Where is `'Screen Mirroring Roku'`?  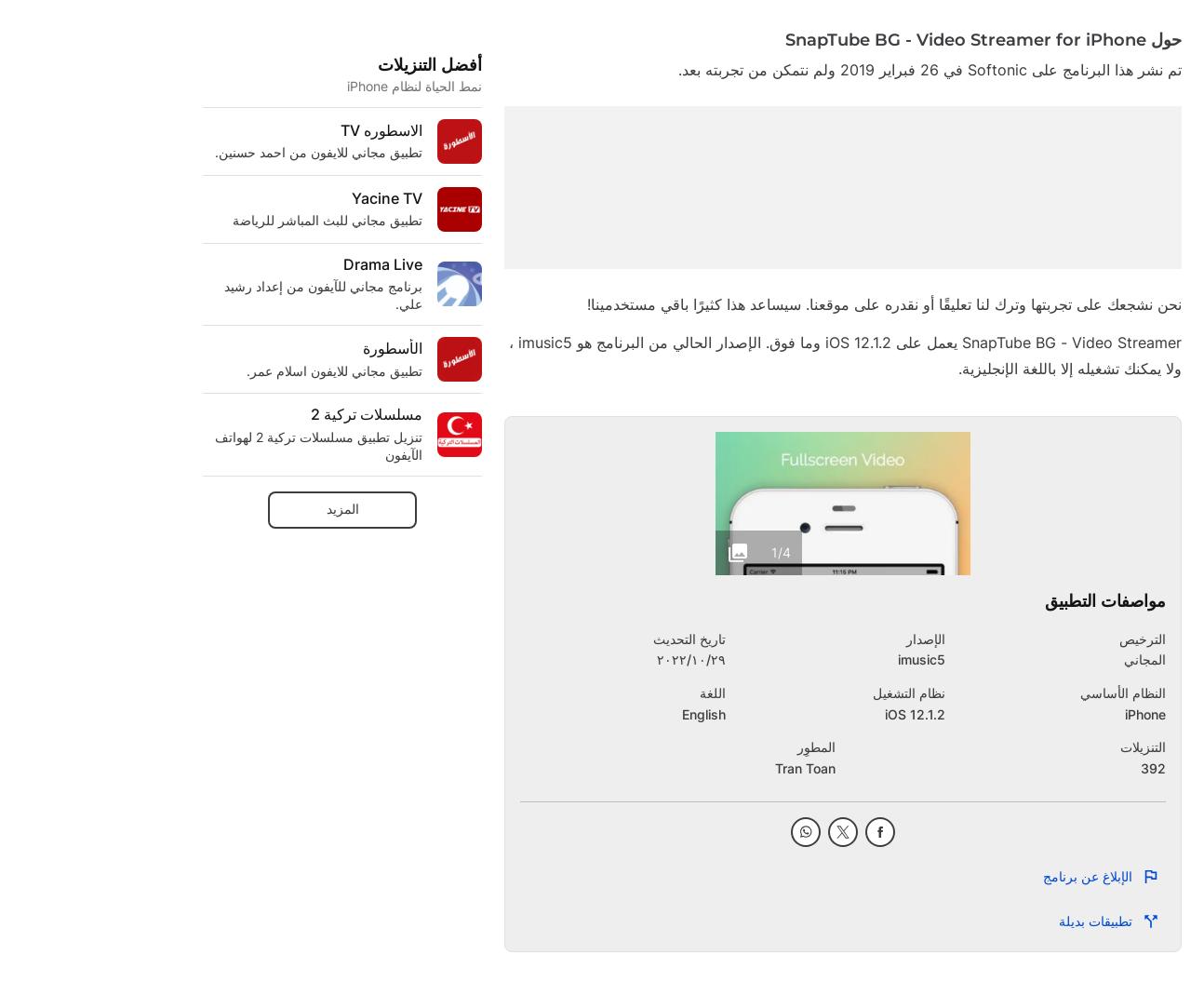 'Screen Mirroring Roku' is located at coordinates (503, 162).